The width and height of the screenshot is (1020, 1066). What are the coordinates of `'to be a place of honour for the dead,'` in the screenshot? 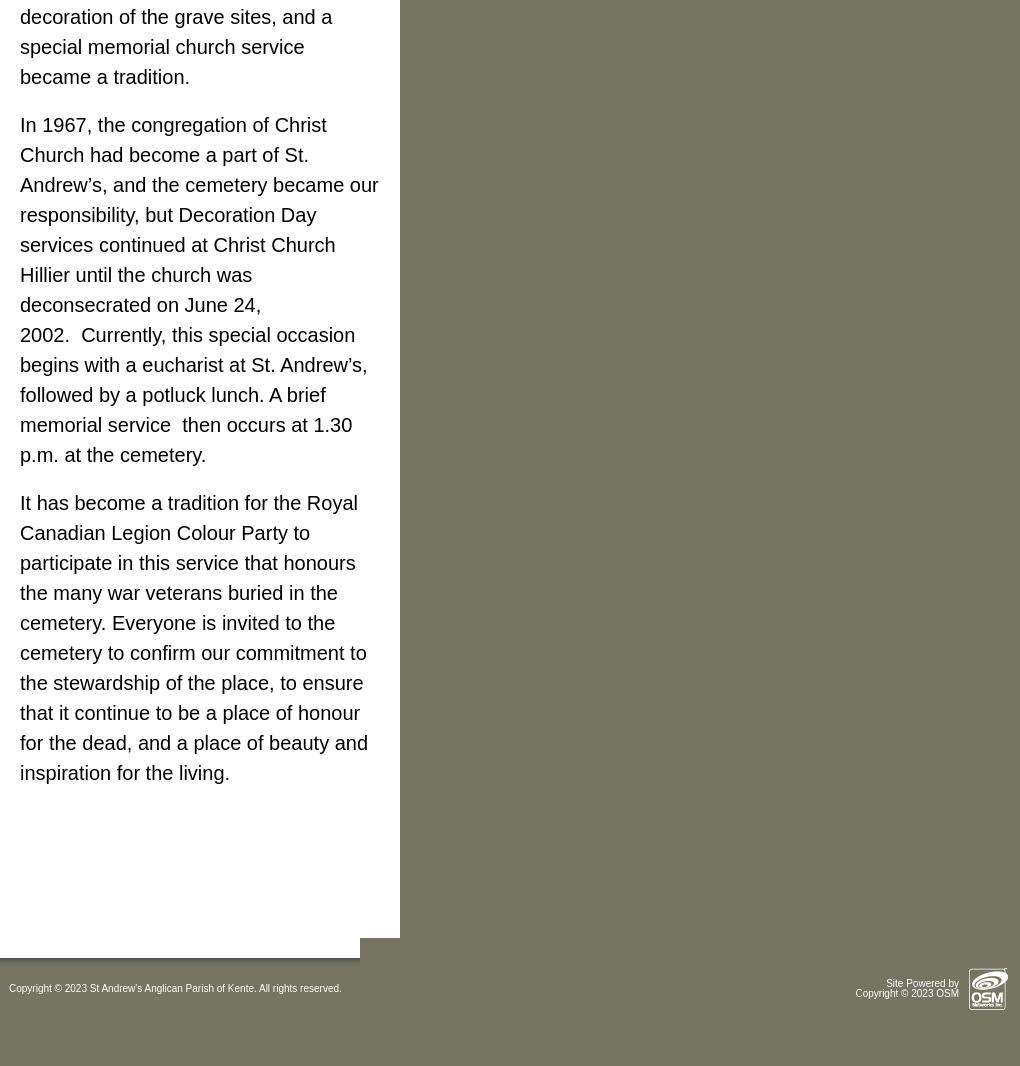 It's located at (18, 726).